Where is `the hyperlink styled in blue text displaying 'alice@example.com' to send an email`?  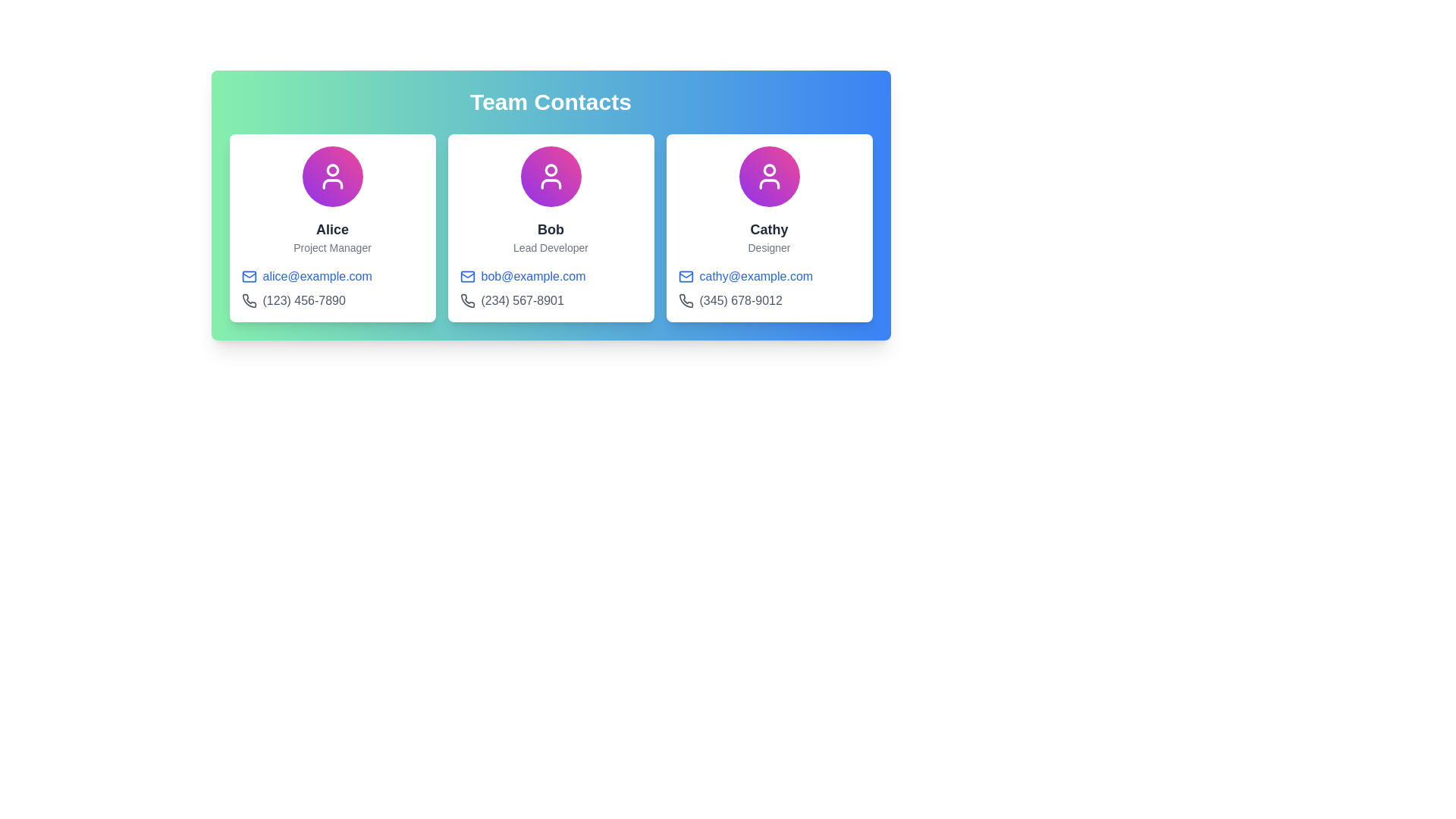
the hyperlink styled in blue text displaying 'alice@example.com' to send an email is located at coordinates (331, 277).